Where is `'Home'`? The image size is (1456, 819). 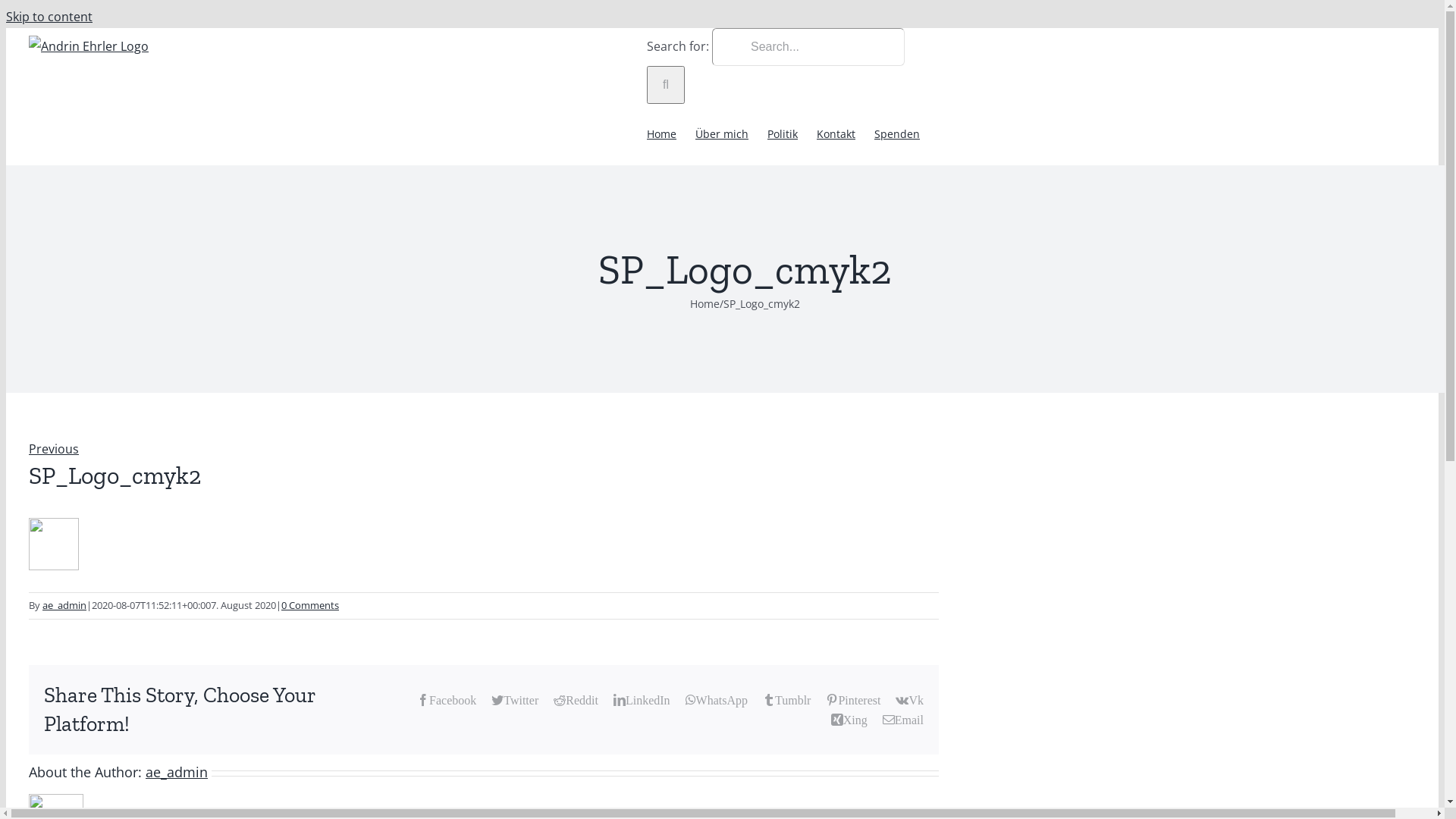
'Home' is located at coordinates (689, 303).